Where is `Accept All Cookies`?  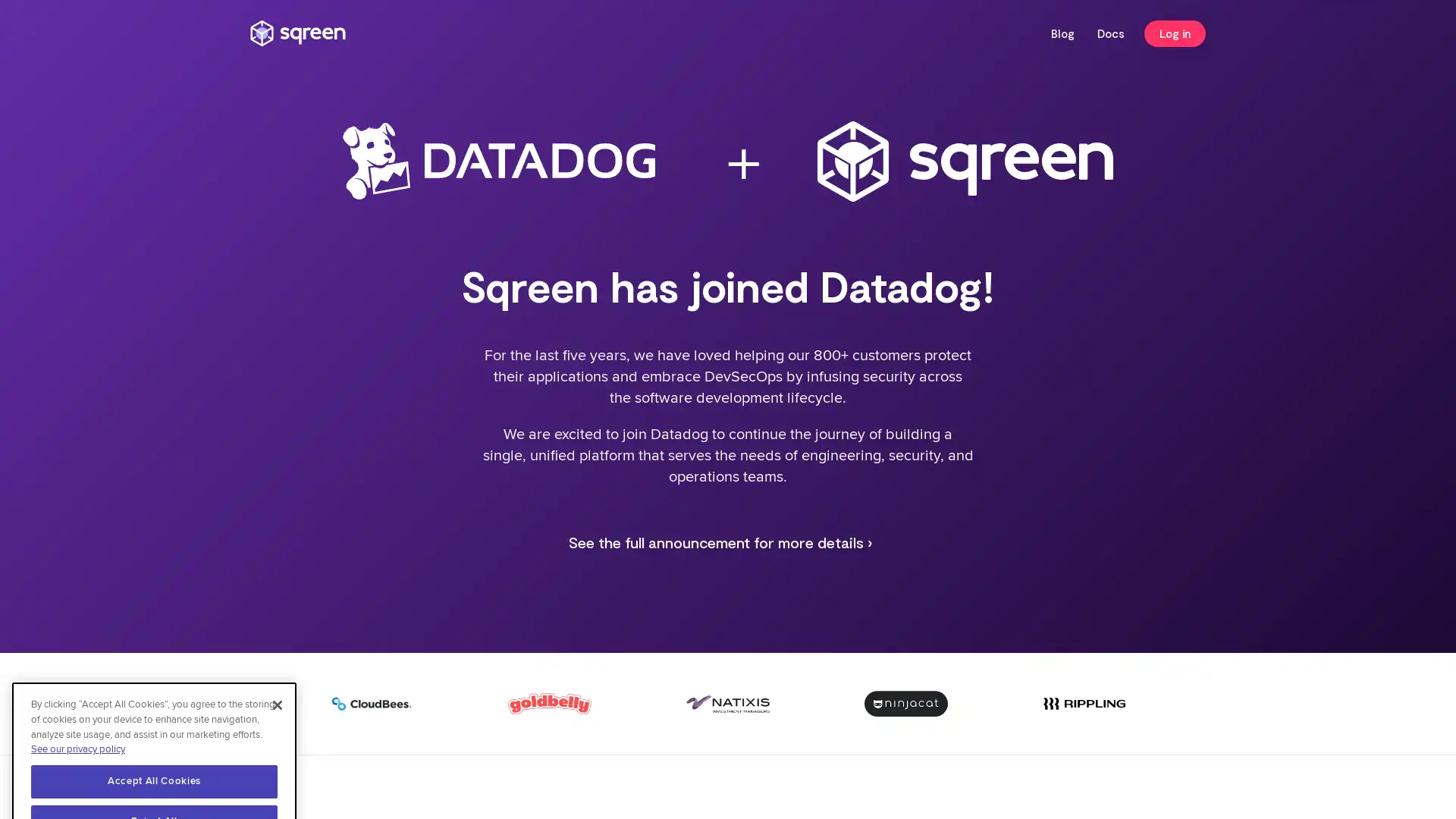 Accept All Cookies is located at coordinates (154, 721).